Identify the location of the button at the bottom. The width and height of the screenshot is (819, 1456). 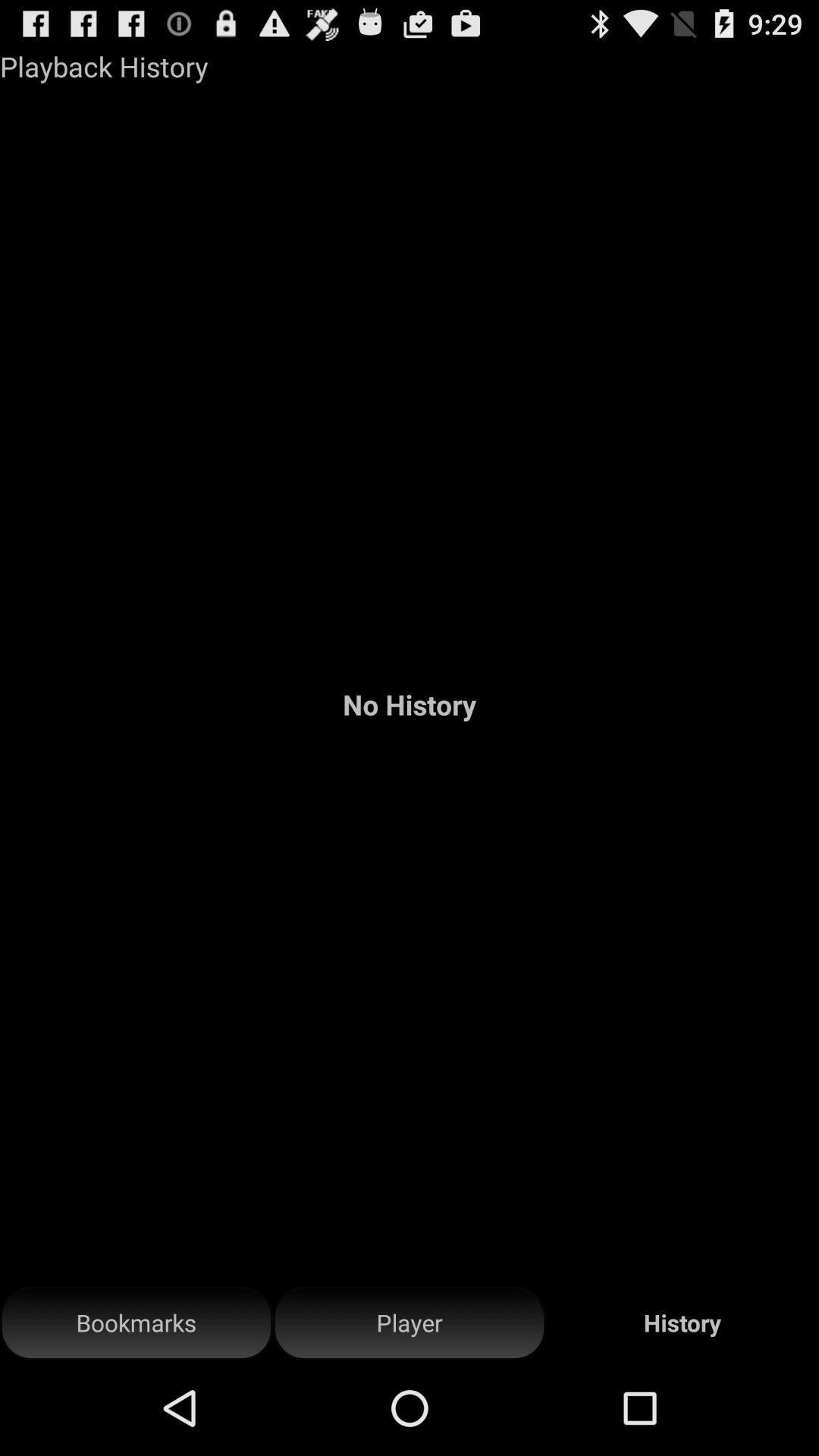
(409, 1323).